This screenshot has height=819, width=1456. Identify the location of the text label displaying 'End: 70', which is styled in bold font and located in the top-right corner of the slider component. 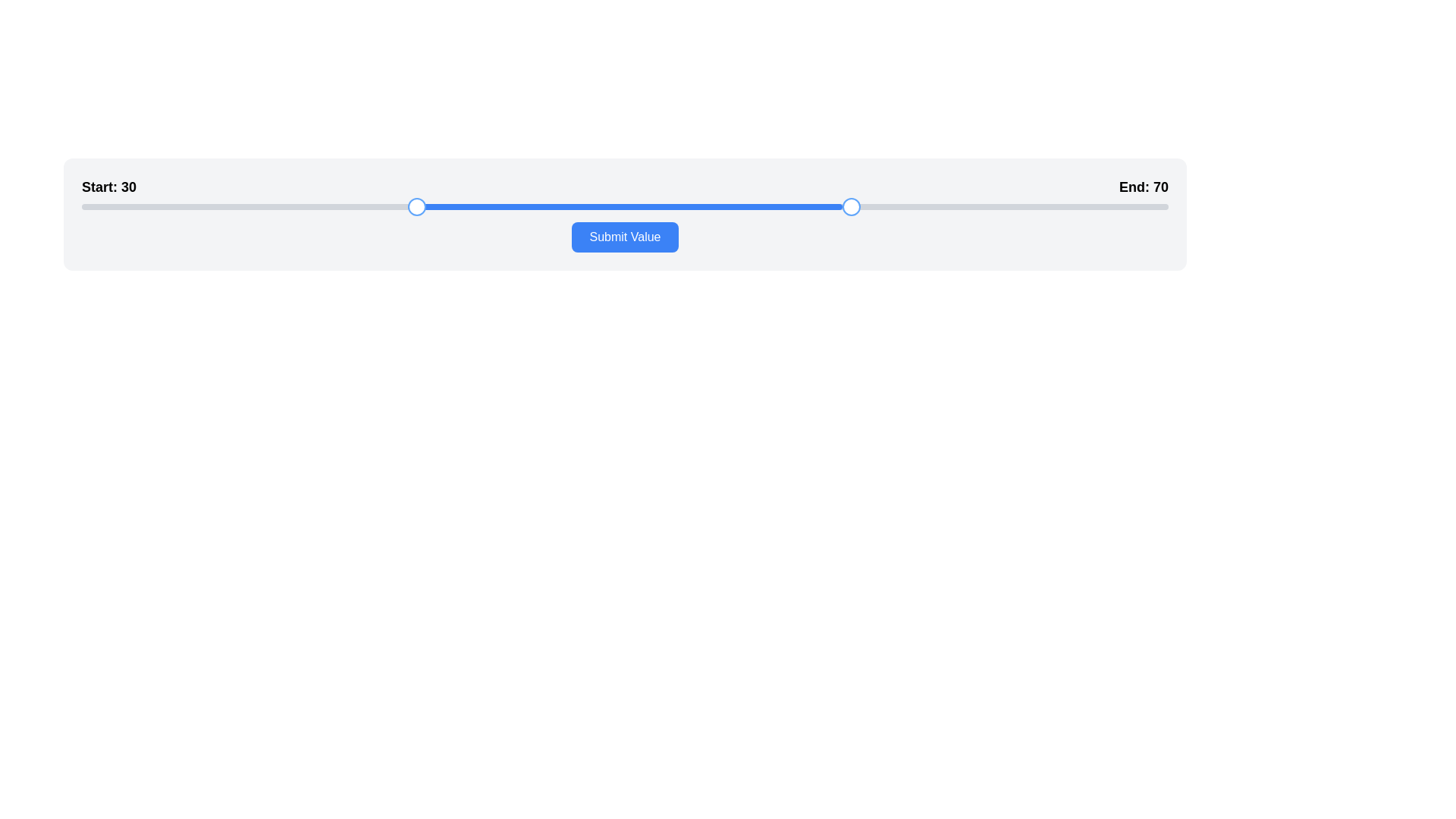
(1144, 186).